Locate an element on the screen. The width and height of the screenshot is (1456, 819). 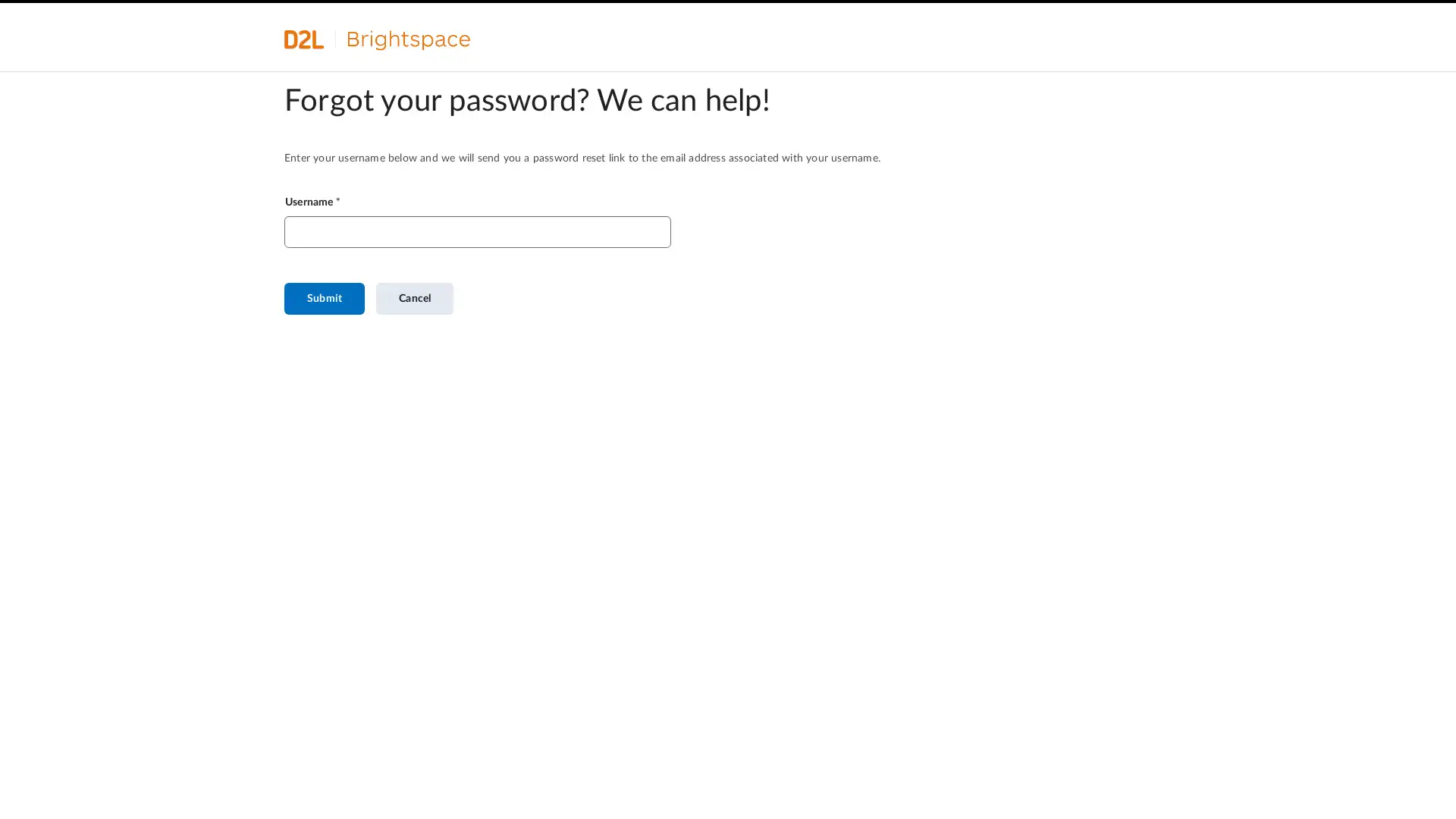
Submit is located at coordinates (323, 298).